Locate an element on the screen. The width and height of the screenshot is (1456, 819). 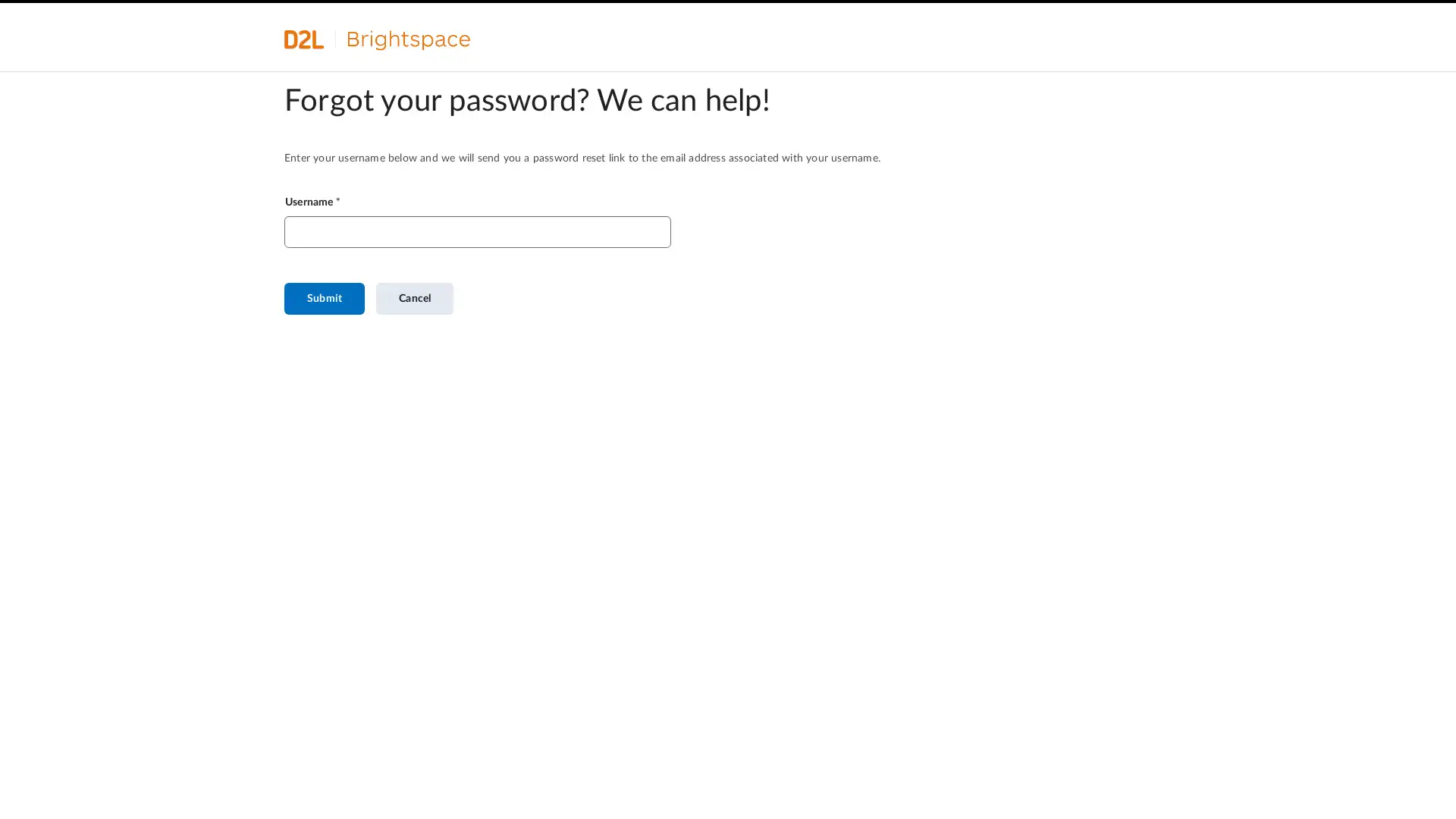
Submit is located at coordinates (323, 298).